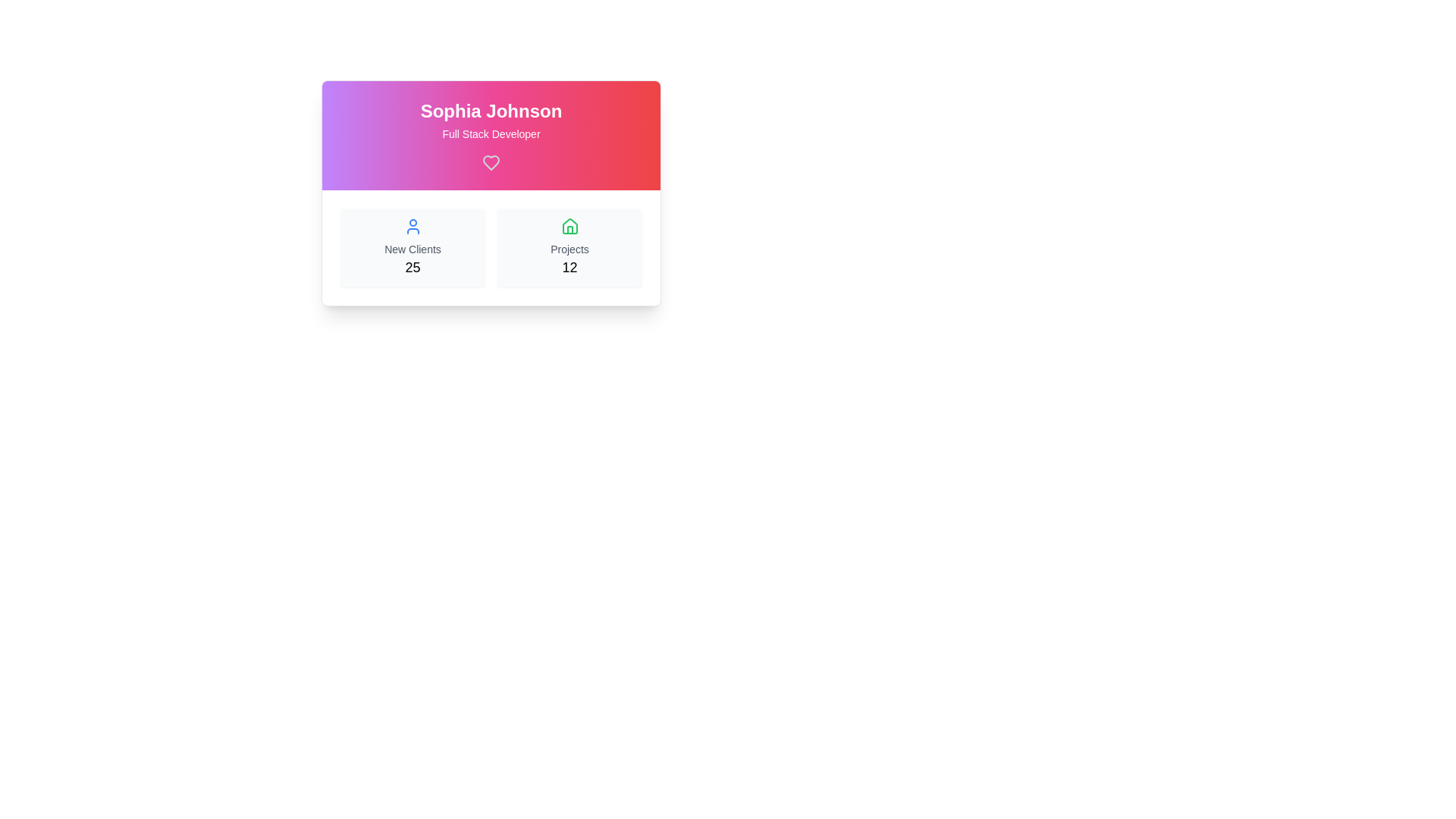 Image resolution: width=1456 pixels, height=819 pixels. Describe the element at coordinates (491, 133) in the screenshot. I see `the Text Label indicating the profession or role associated with 'Sophia Johnson', which is located directly beneath her name` at that location.